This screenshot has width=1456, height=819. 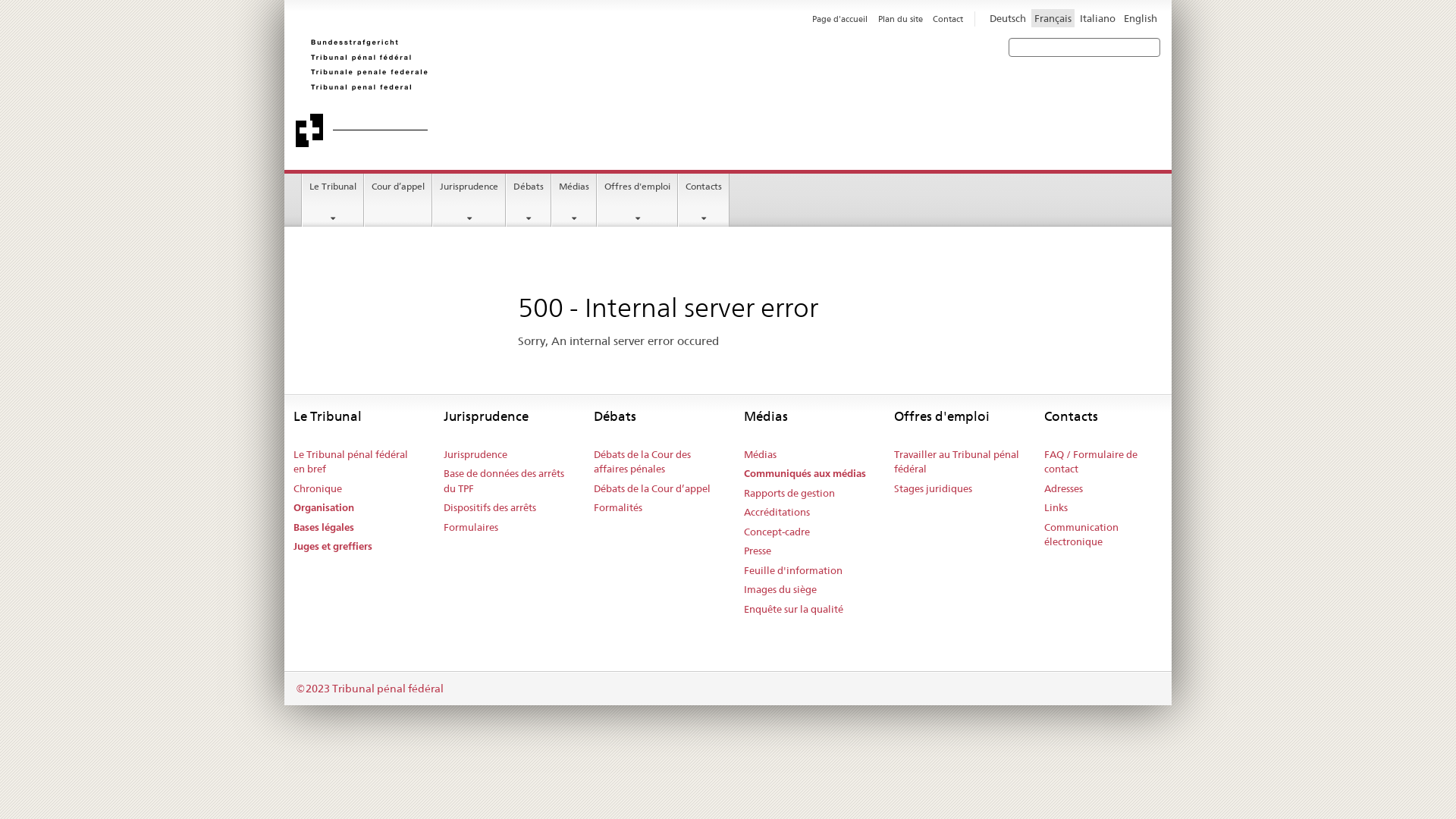 What do you see at coordinates (293, 488) in the screenshot?
I see `'Chronique'` at bounding box center [293, 488].